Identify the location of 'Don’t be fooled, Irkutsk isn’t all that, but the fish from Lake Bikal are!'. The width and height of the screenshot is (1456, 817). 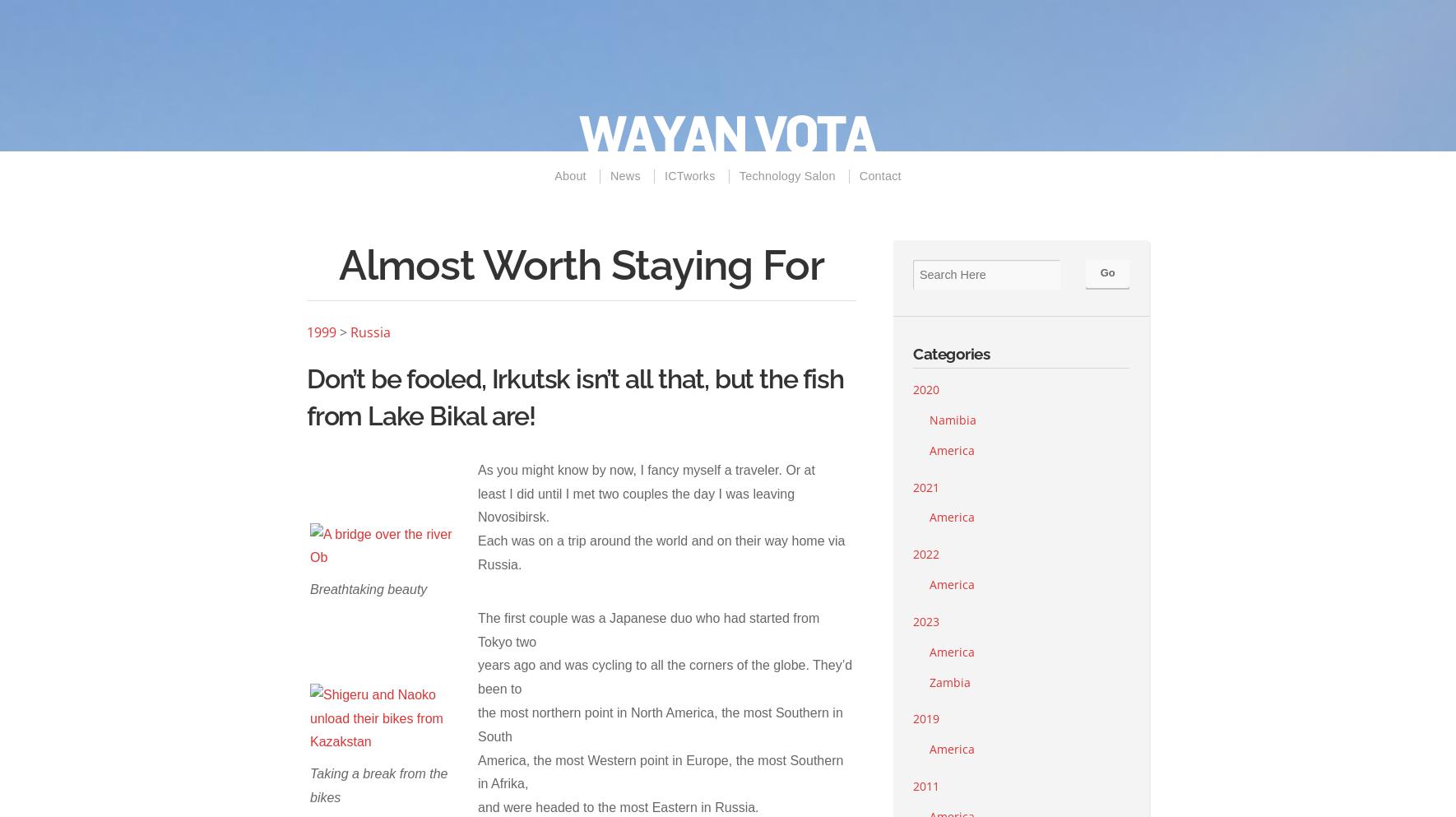
(573, 396).